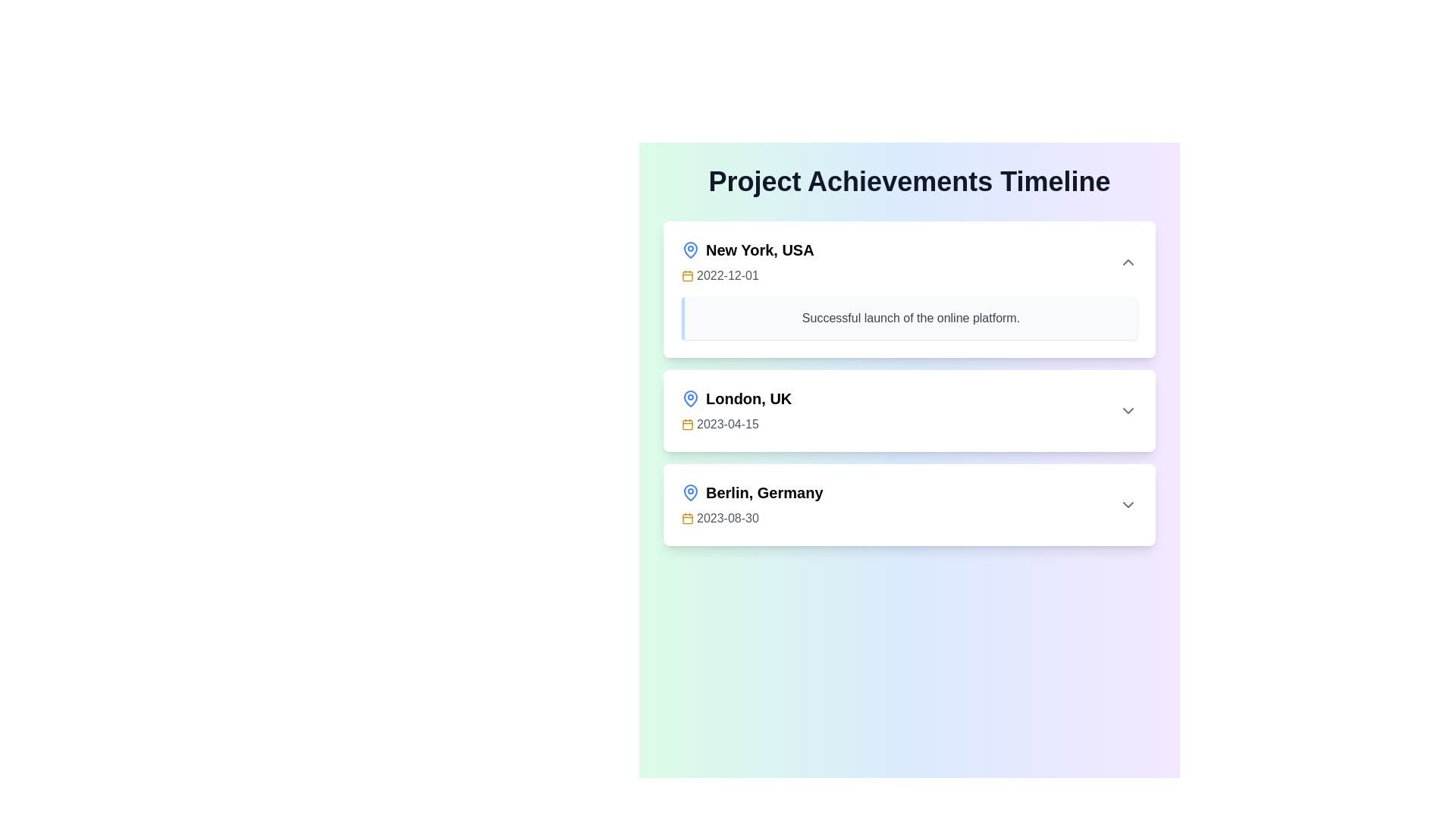  I want to click on the downward-pointing chevron icon button located on the rightmost side of the row labeled 'Berlin, Germany 2023-08-30', so click(1128, 505).